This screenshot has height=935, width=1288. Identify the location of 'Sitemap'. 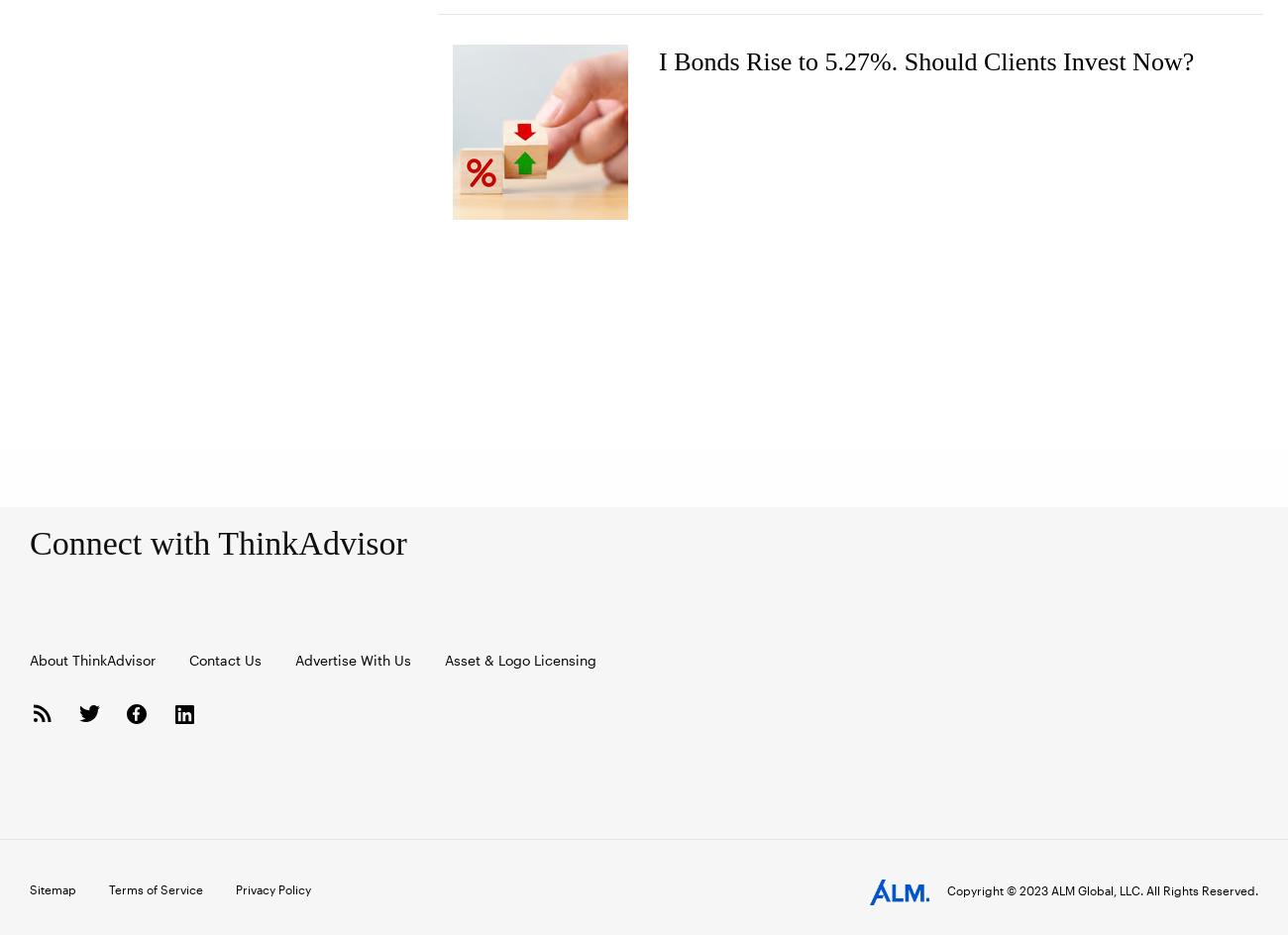
(29, 886).